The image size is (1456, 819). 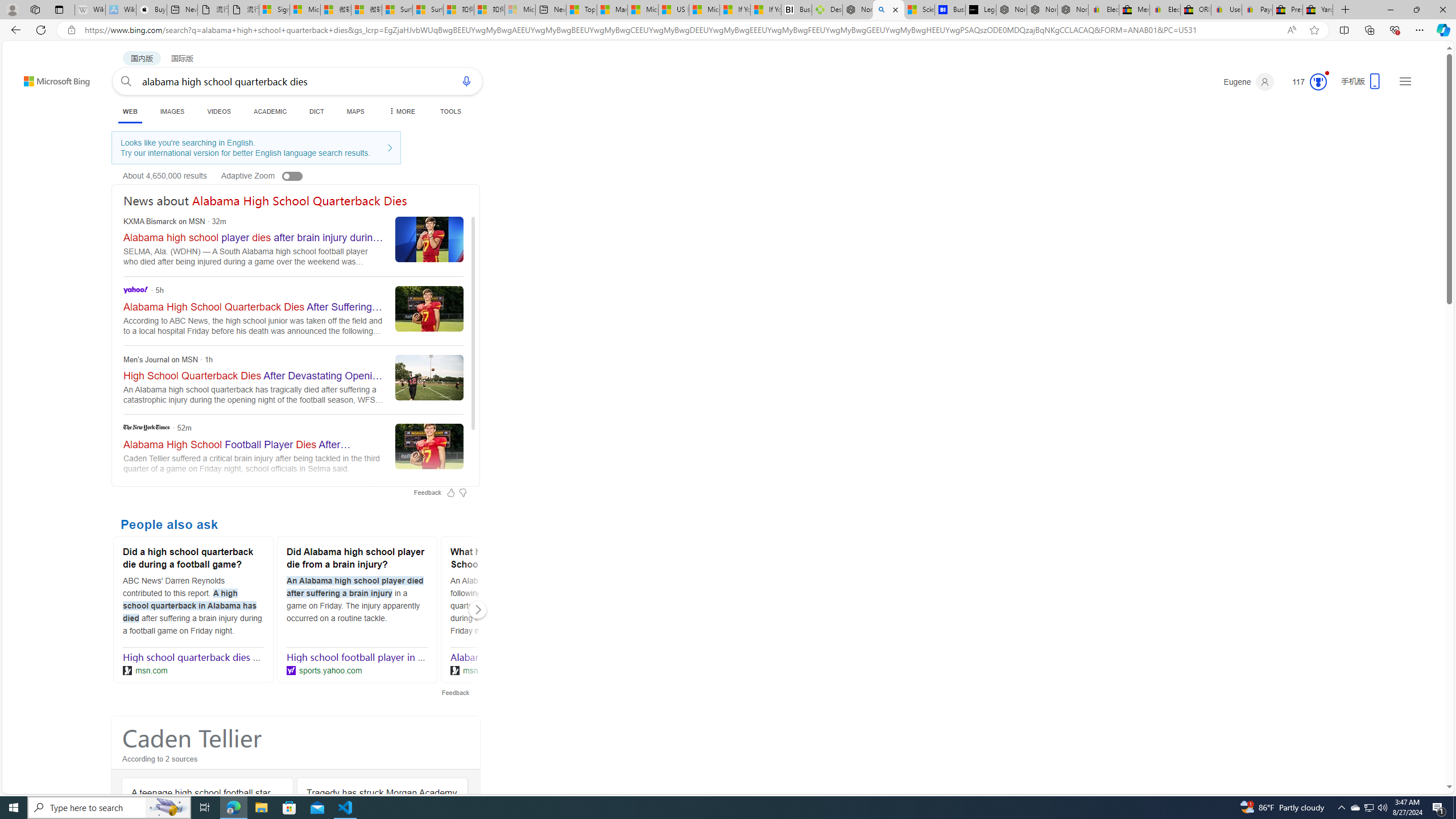 I want to click on 'MORE', so click(x=400, y=111).